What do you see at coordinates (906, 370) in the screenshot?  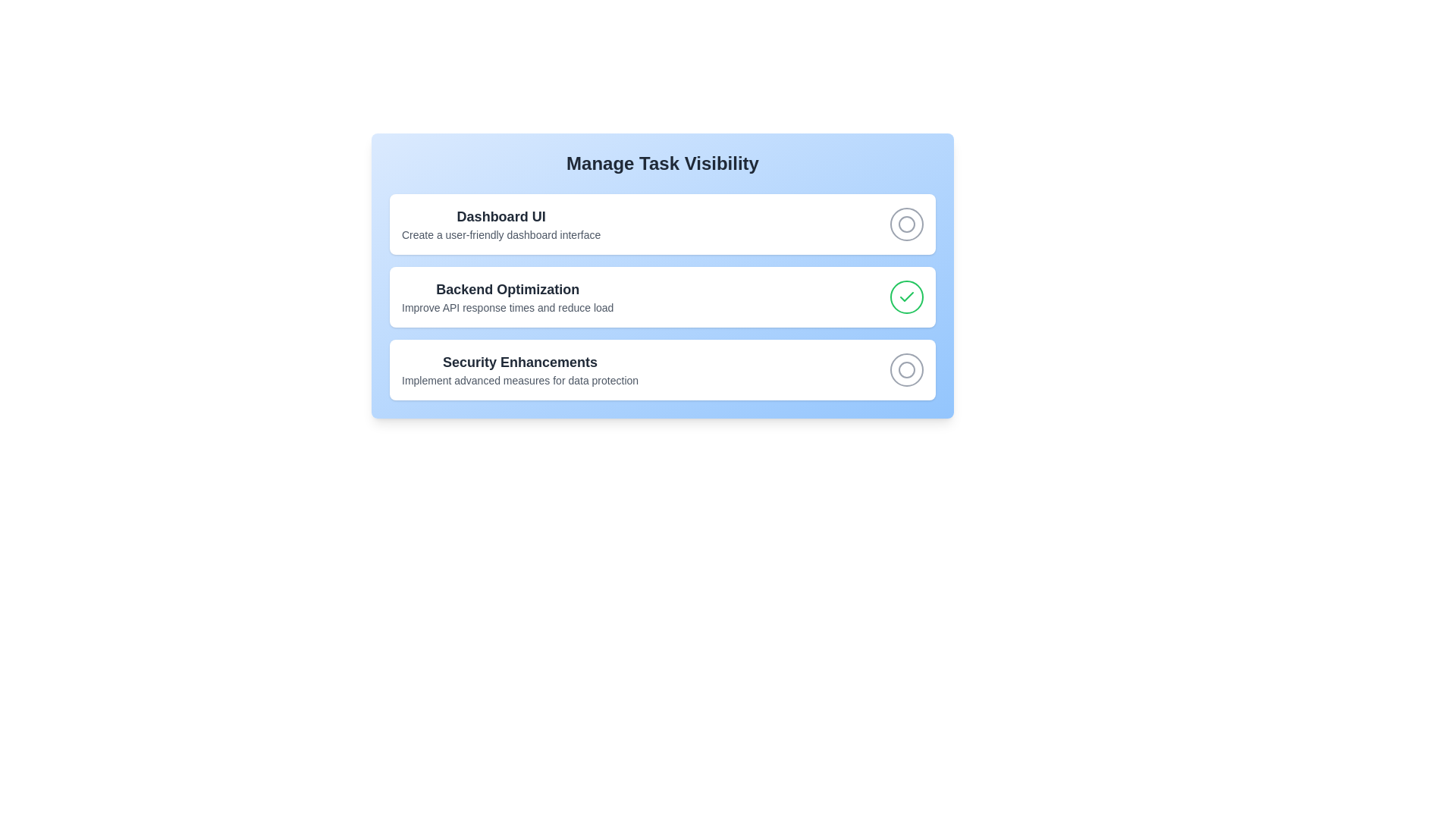 I see `the checkbox containing the circular icon that indicates the state of the 'Security Enhancements' option, which is the third option in the vertical stack of options` at bounding box center [906, 370].